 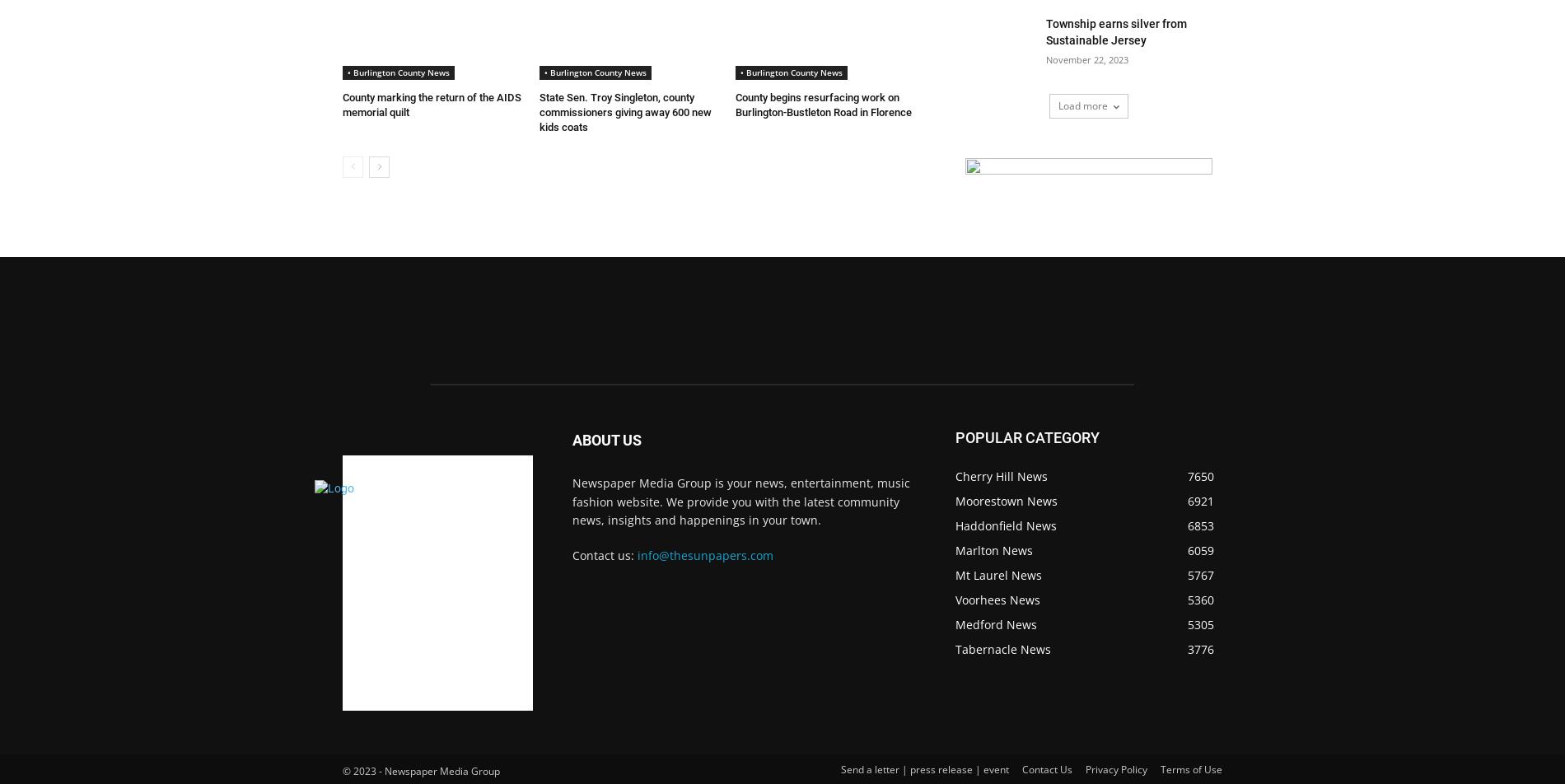 What do you see at coordinates (993, 550) in the screenshot?
I see `'Marlton News'` at bounding box center [993, 550].